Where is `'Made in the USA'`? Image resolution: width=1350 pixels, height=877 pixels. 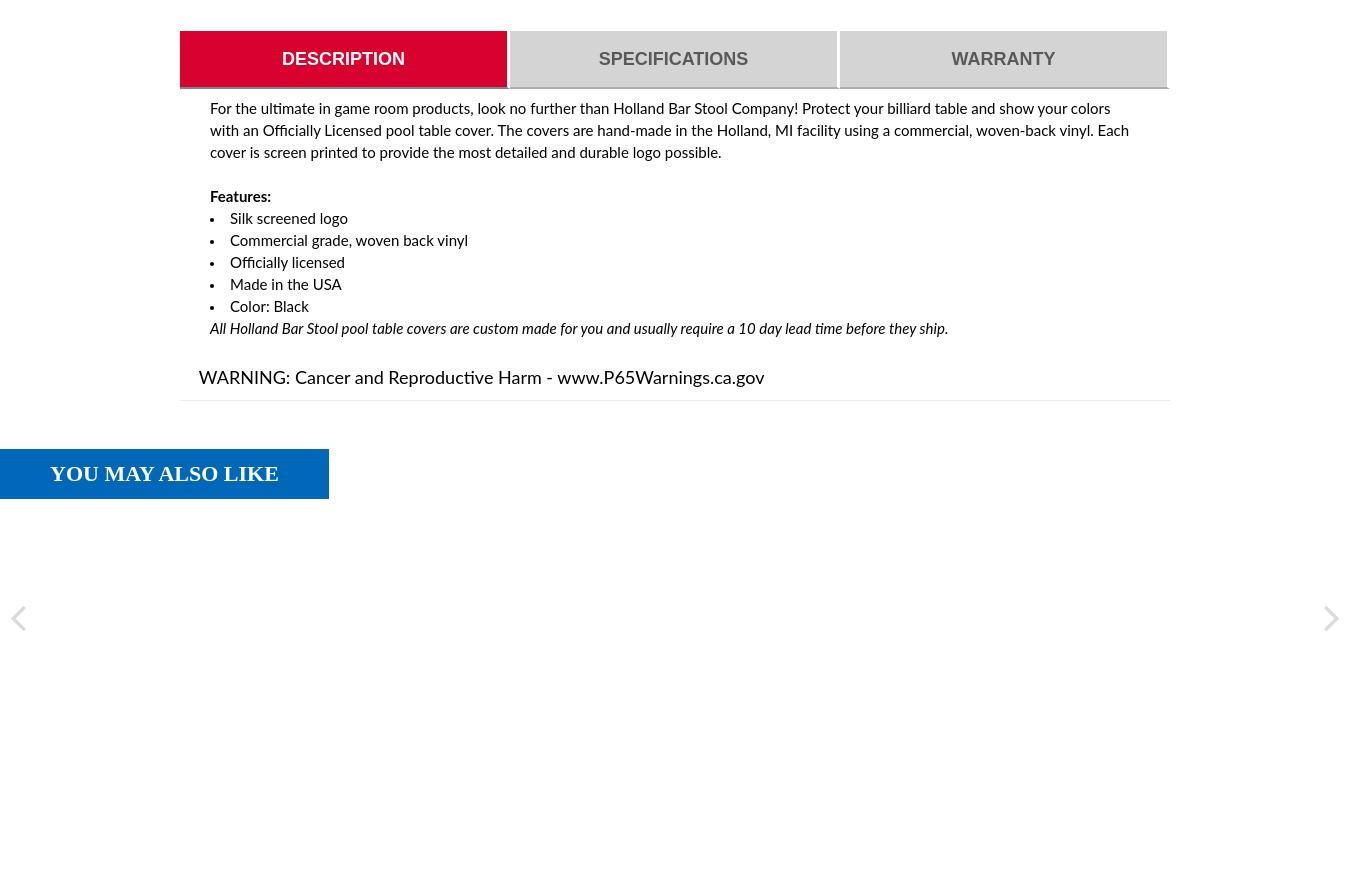 'Made in the USA' is located at coordinates (284, 285).